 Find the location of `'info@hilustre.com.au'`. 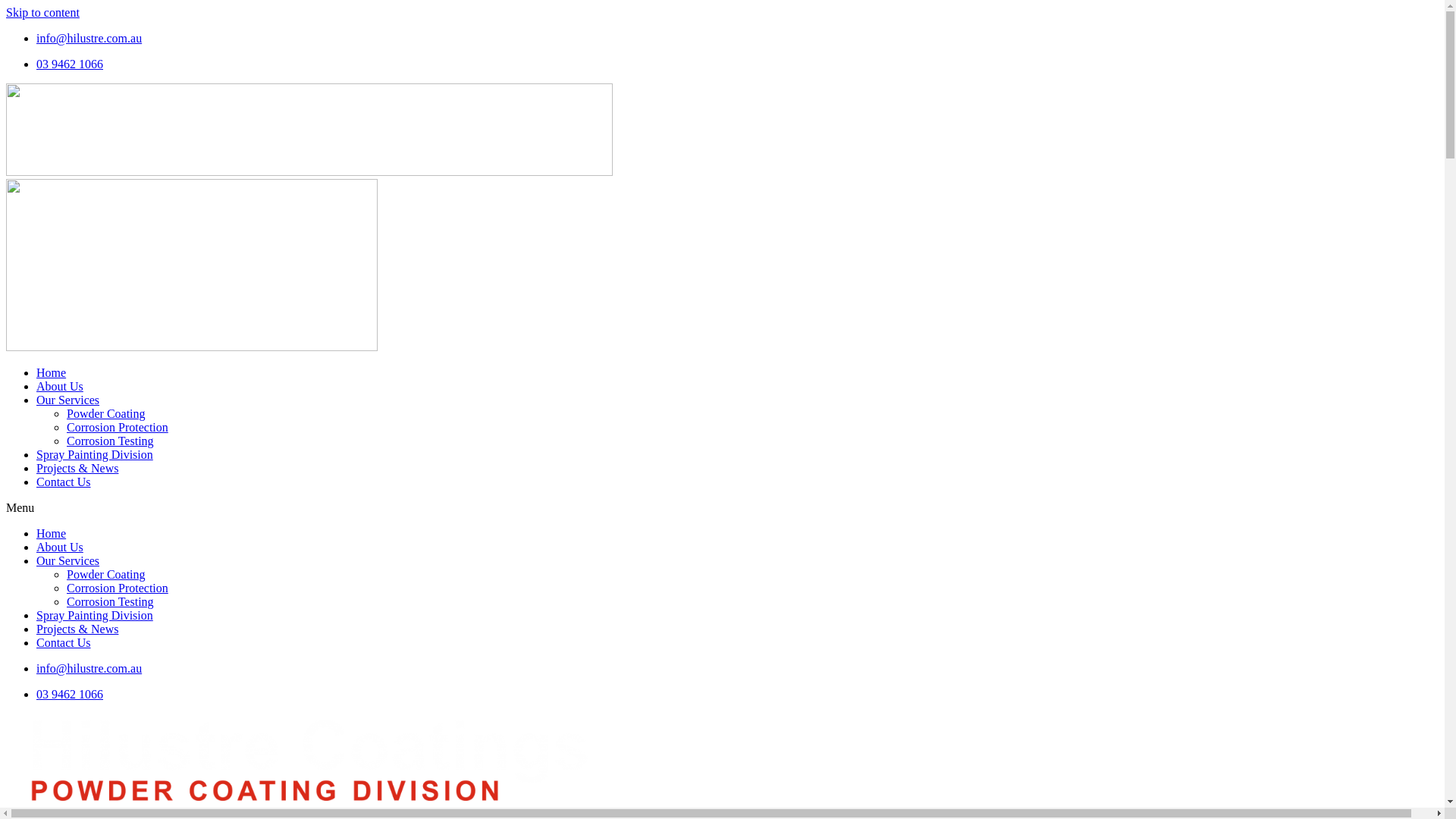

'info@hilustre.com.au' is located at coordinates (88, 37).